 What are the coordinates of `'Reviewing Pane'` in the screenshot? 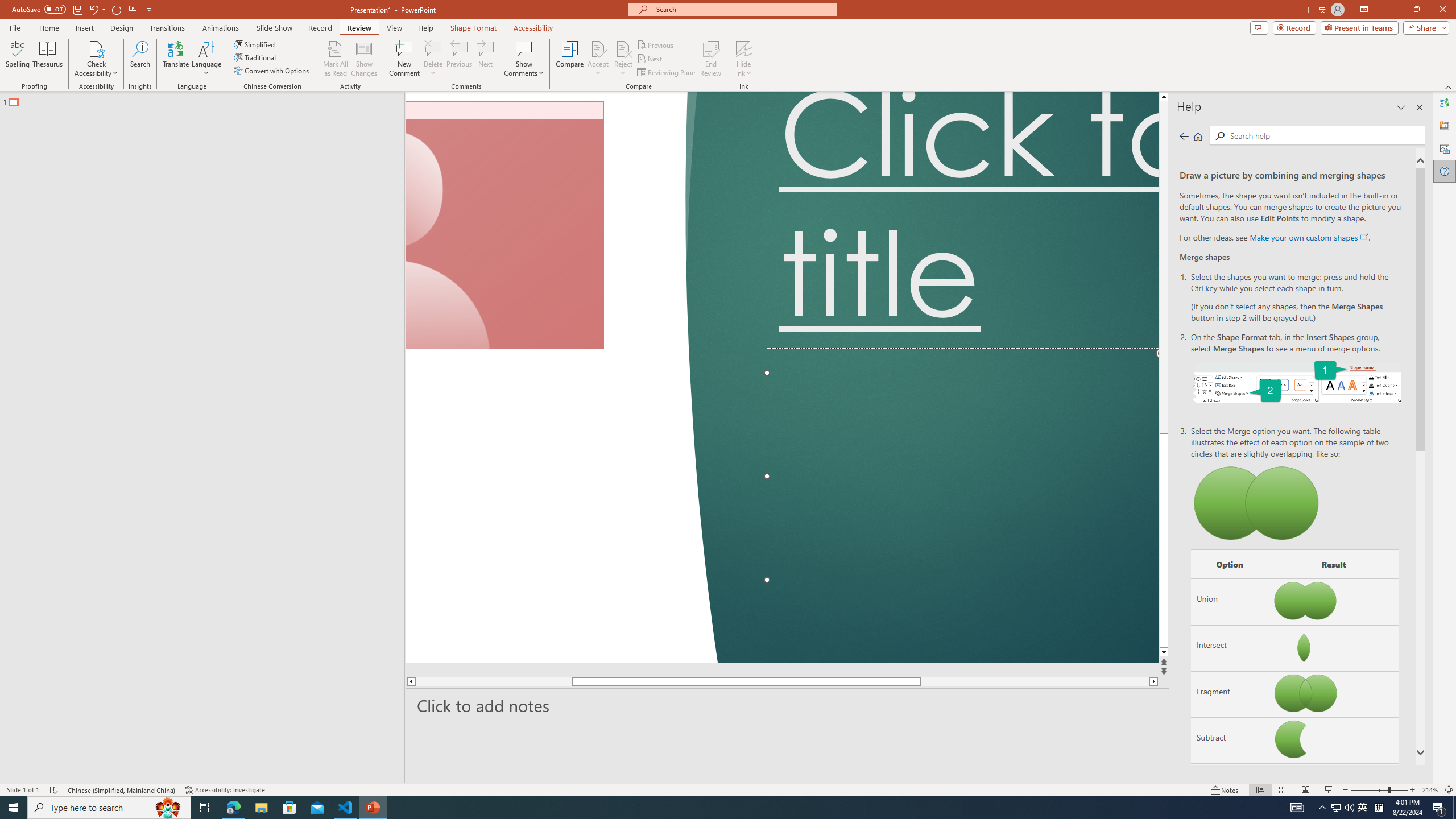 It's located at (666, 72).